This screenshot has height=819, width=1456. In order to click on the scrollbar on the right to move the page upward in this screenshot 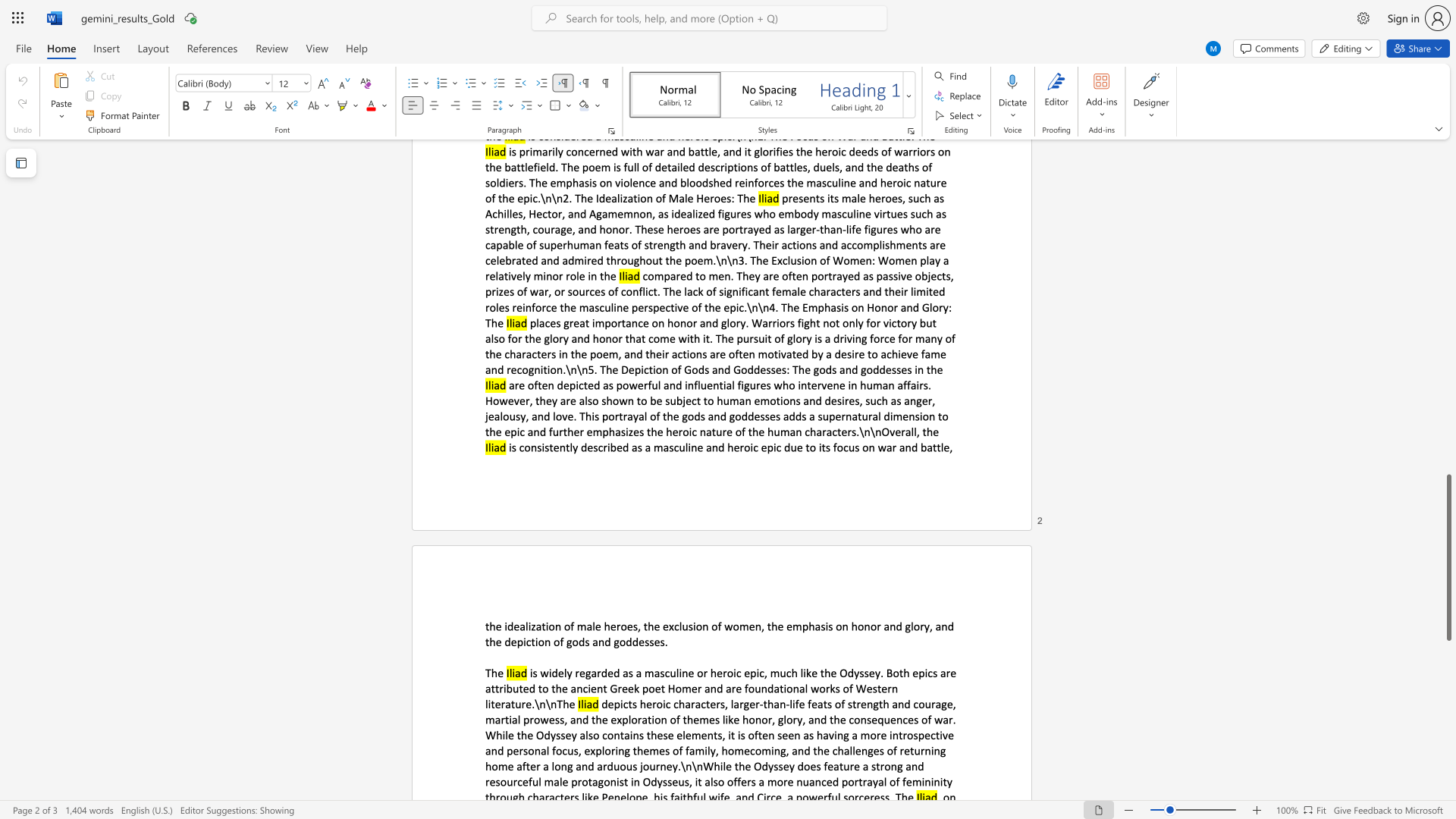, I will do `click(1448, 219)`.